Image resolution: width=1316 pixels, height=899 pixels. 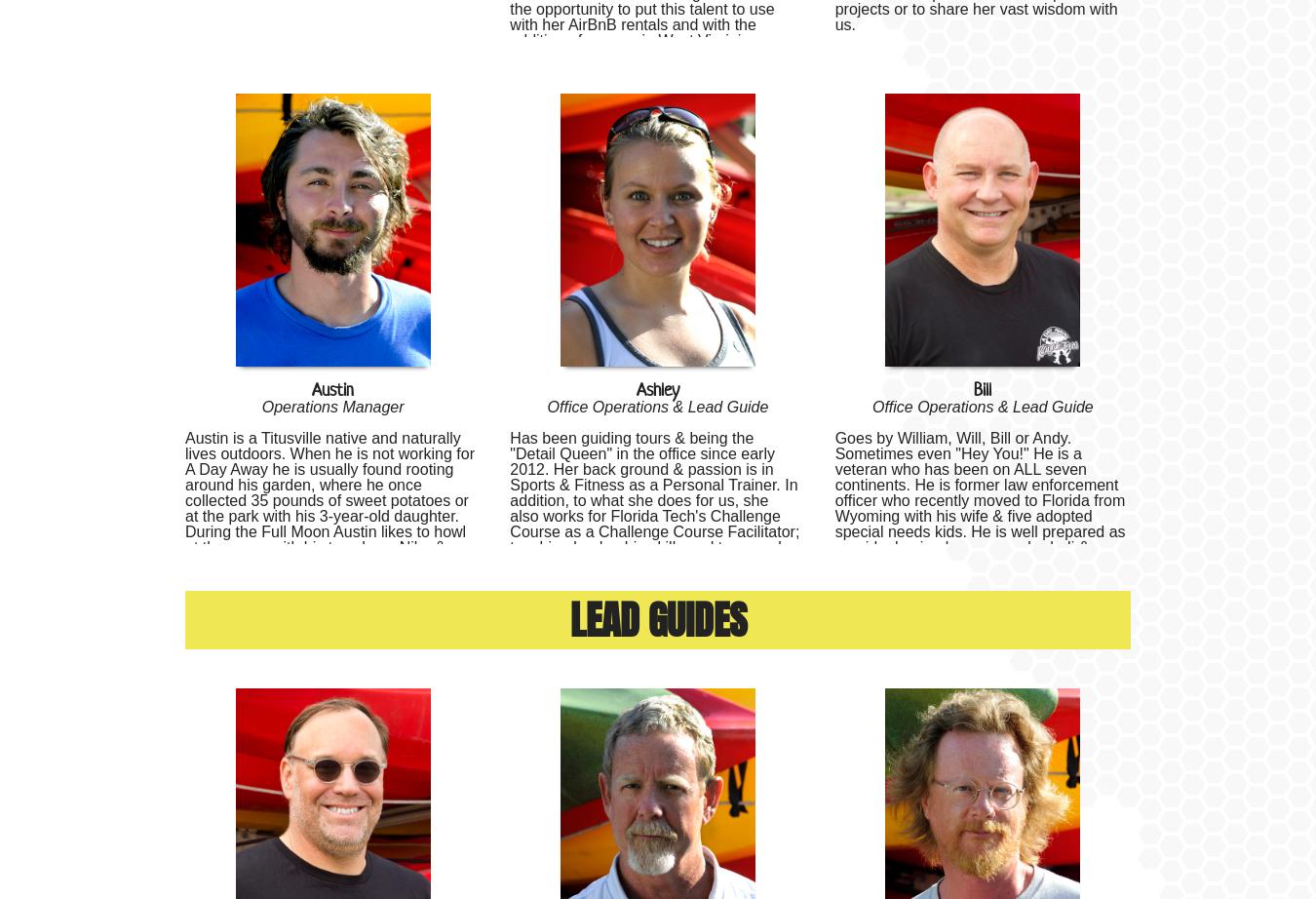 What do you see at coordinates (508, 476) in the screenshot?
I see `'Has been guiding tours & being the "Detail Queen" in the office since early 2012. Her back ground & passion is in Sports & Fitness as a Personal Trainer. In addition, to what she does for us, she also works for'` at bounding box center [508, 476].